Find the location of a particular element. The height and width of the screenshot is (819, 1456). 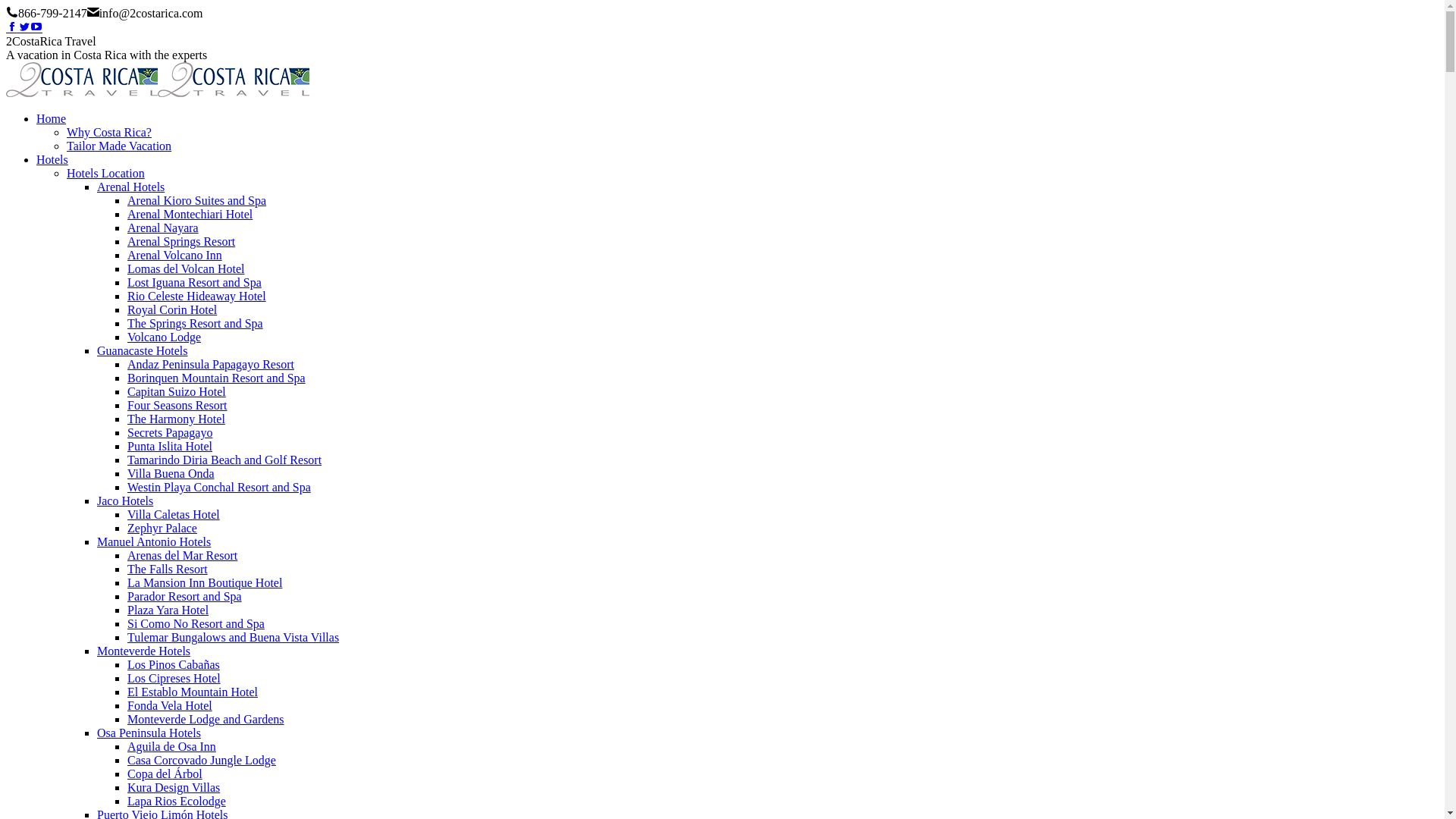

'The Springs Resort and Spa' is located at coordinates (127, 322).